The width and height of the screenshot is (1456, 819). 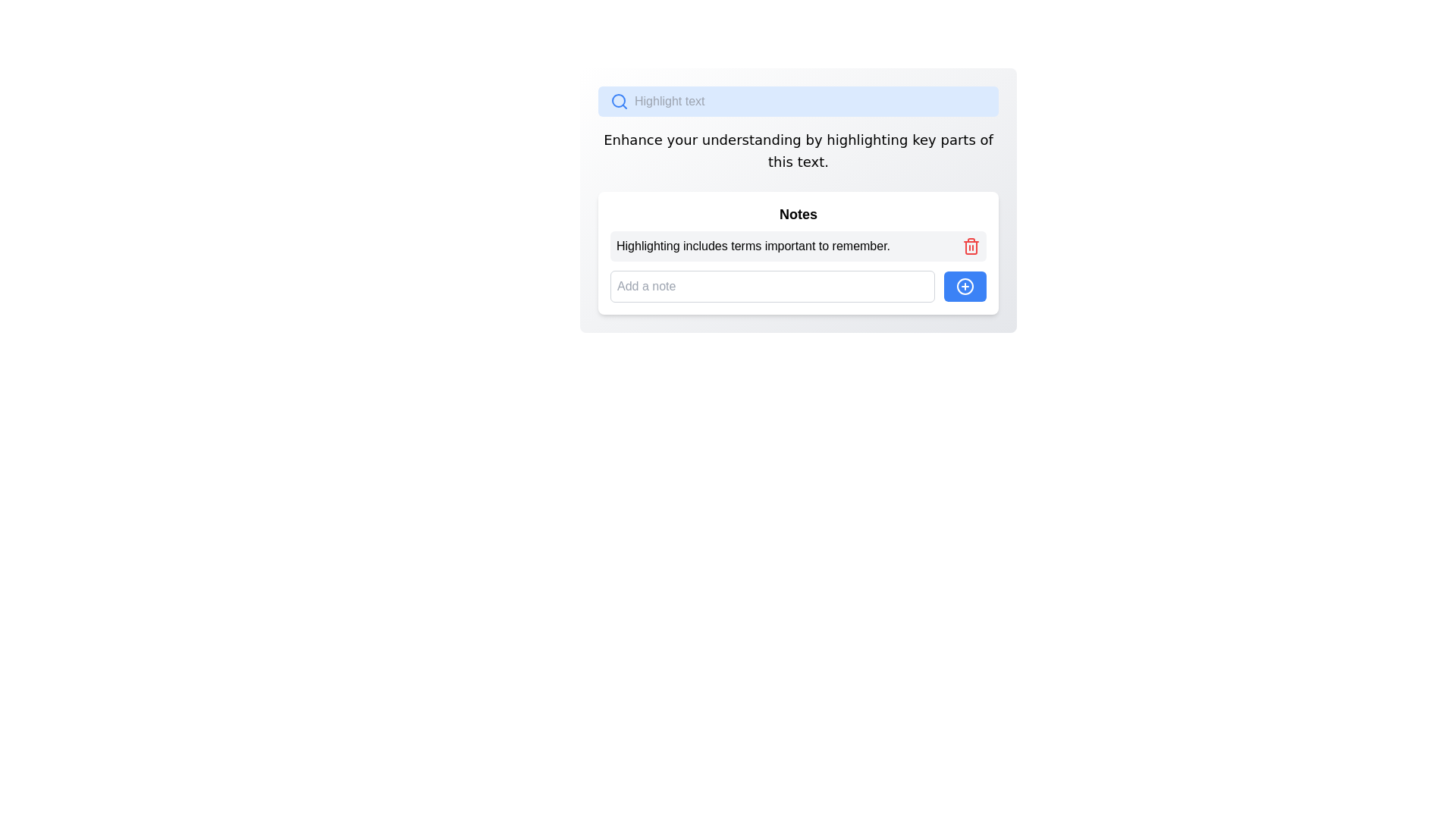 I want to click on the letter 't' in the word 'highlighting' which is styled in a sans-serif font and part of the phrase 'Enhance your understanding by highlighting key parts of this text.', so click(x=884, y=140).